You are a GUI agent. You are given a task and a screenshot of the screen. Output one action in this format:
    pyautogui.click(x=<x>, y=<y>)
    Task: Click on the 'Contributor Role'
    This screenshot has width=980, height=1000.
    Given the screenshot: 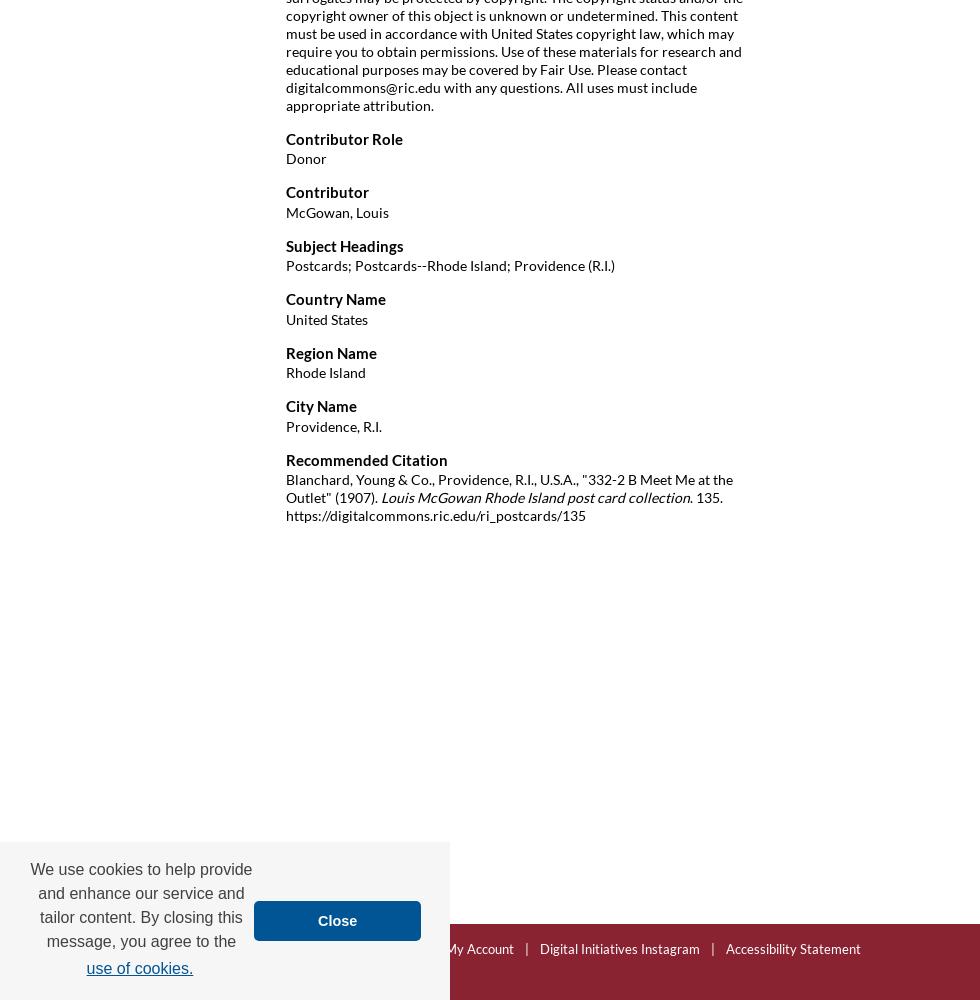 What is the action you would take?
    pyautogui.click(x=344, y=138)
    